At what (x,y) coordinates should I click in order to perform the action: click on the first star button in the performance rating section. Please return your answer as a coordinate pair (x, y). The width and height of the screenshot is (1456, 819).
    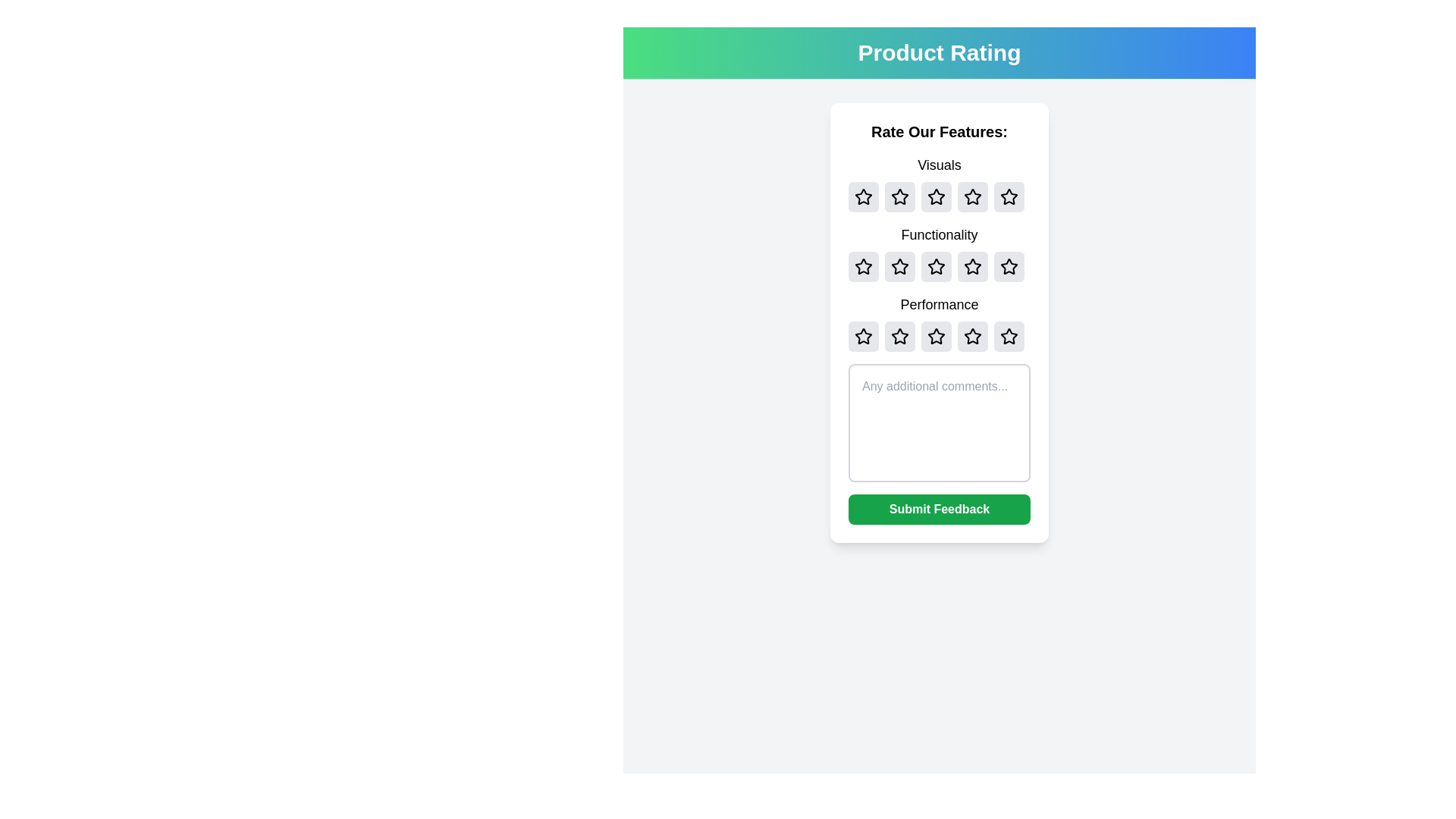
    Looking at the image, I should click on (863, 335).